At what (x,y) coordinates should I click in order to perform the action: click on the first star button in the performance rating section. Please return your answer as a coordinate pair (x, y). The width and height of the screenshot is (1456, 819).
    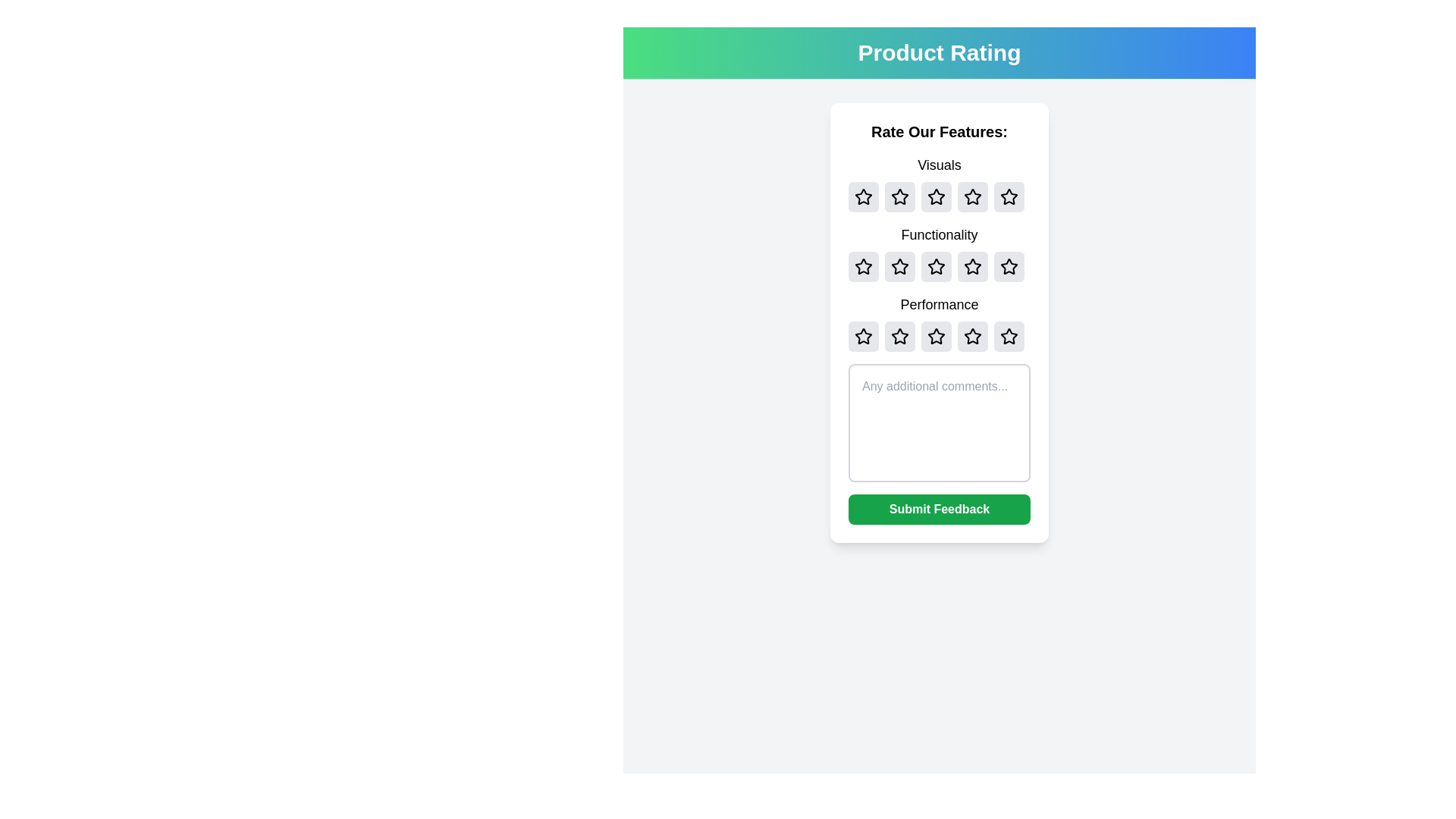
    Looking at the image, I should click on (863, 335).